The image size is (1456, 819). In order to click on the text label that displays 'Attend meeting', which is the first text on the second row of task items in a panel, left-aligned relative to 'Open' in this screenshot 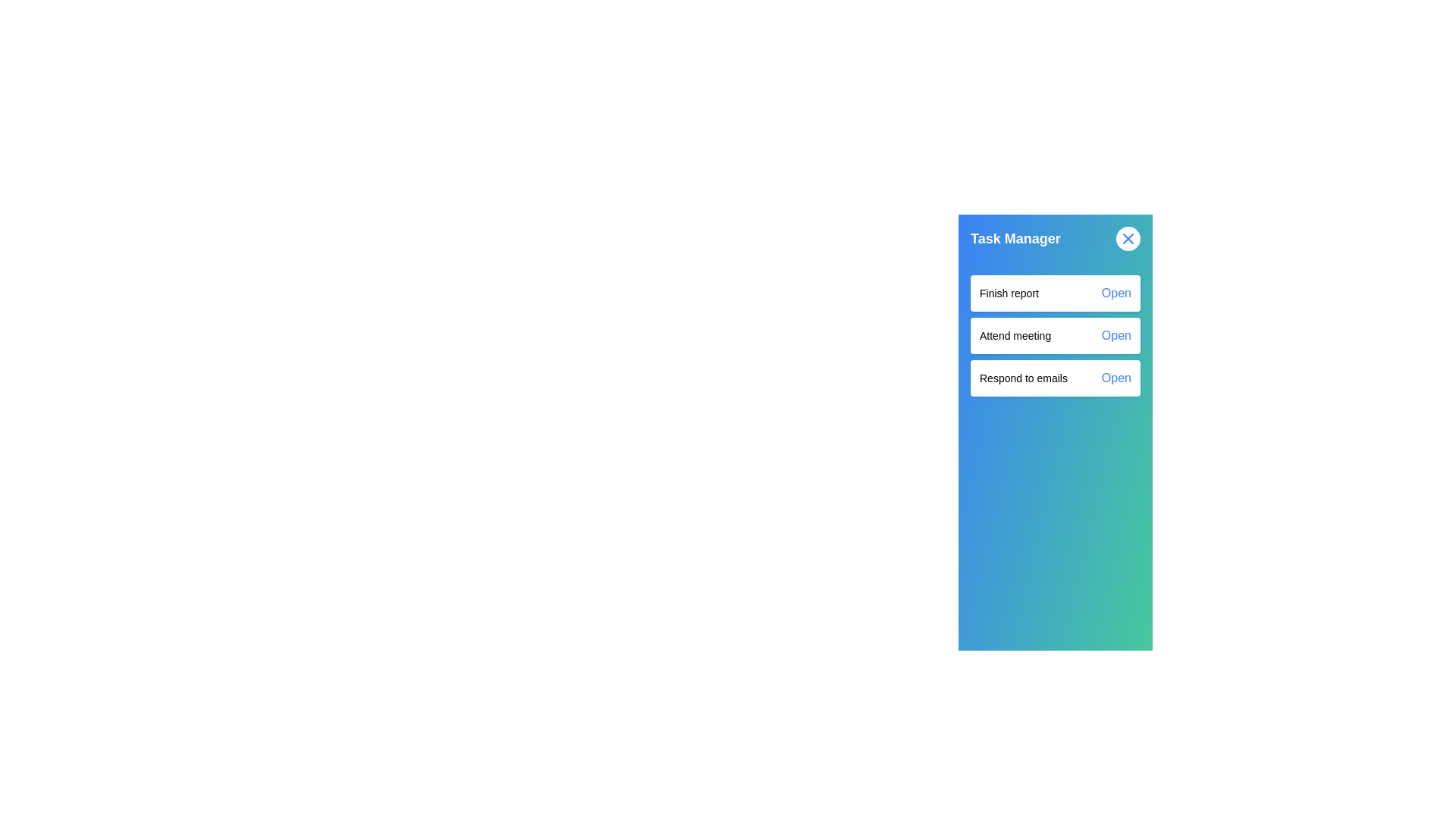, I will do `click(1015, 335)`.